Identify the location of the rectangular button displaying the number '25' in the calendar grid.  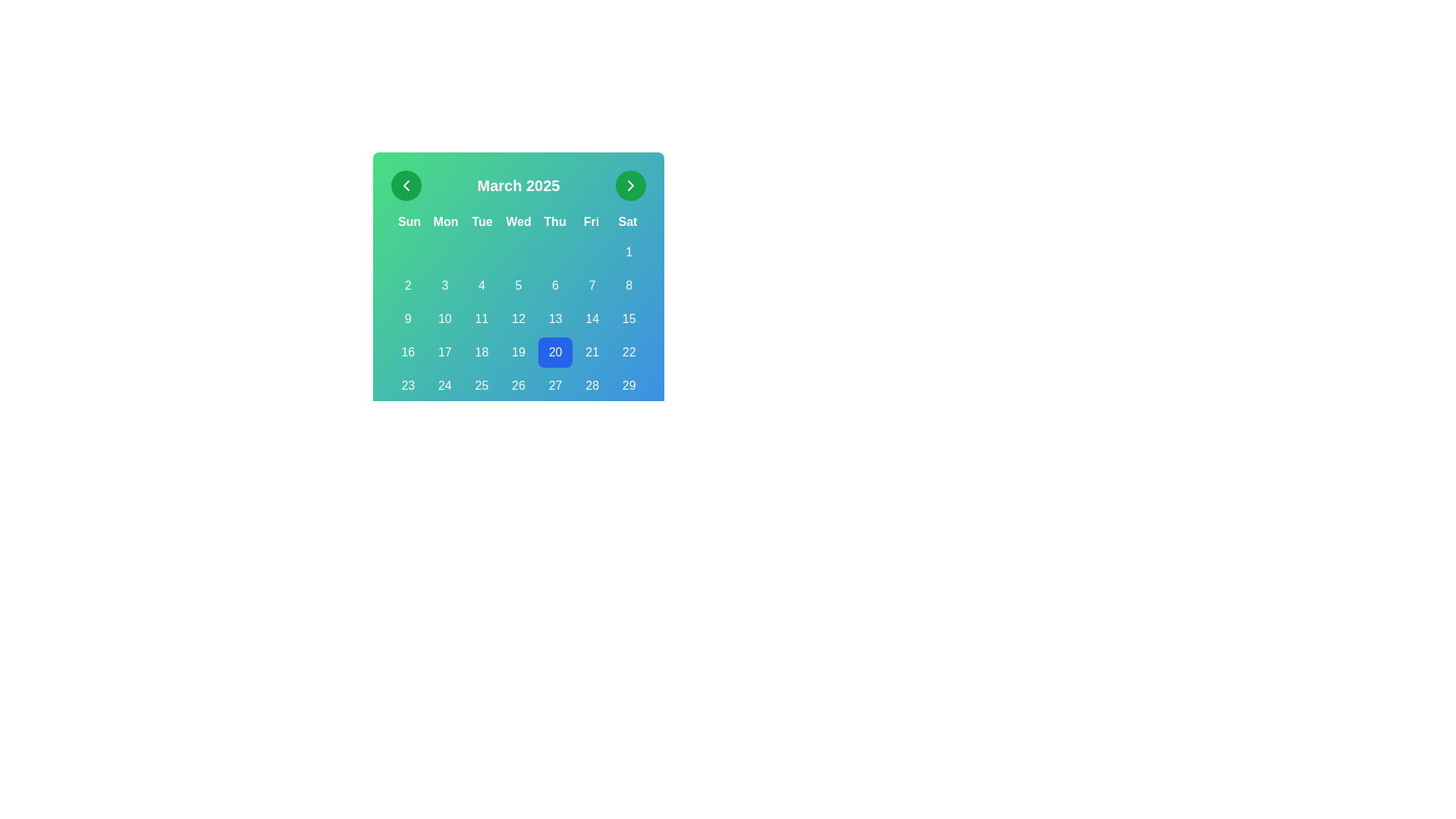
(481, 385).